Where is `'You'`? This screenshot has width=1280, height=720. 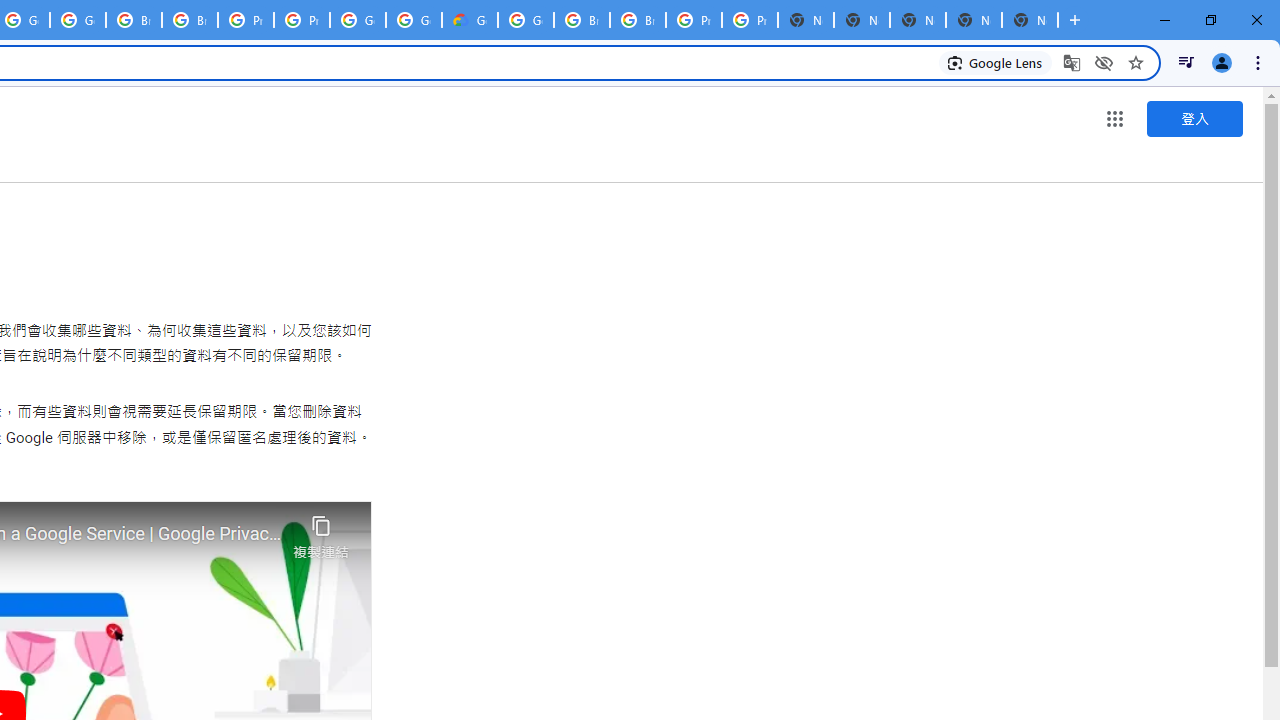 'You' is located at coordinates (1220, 61).